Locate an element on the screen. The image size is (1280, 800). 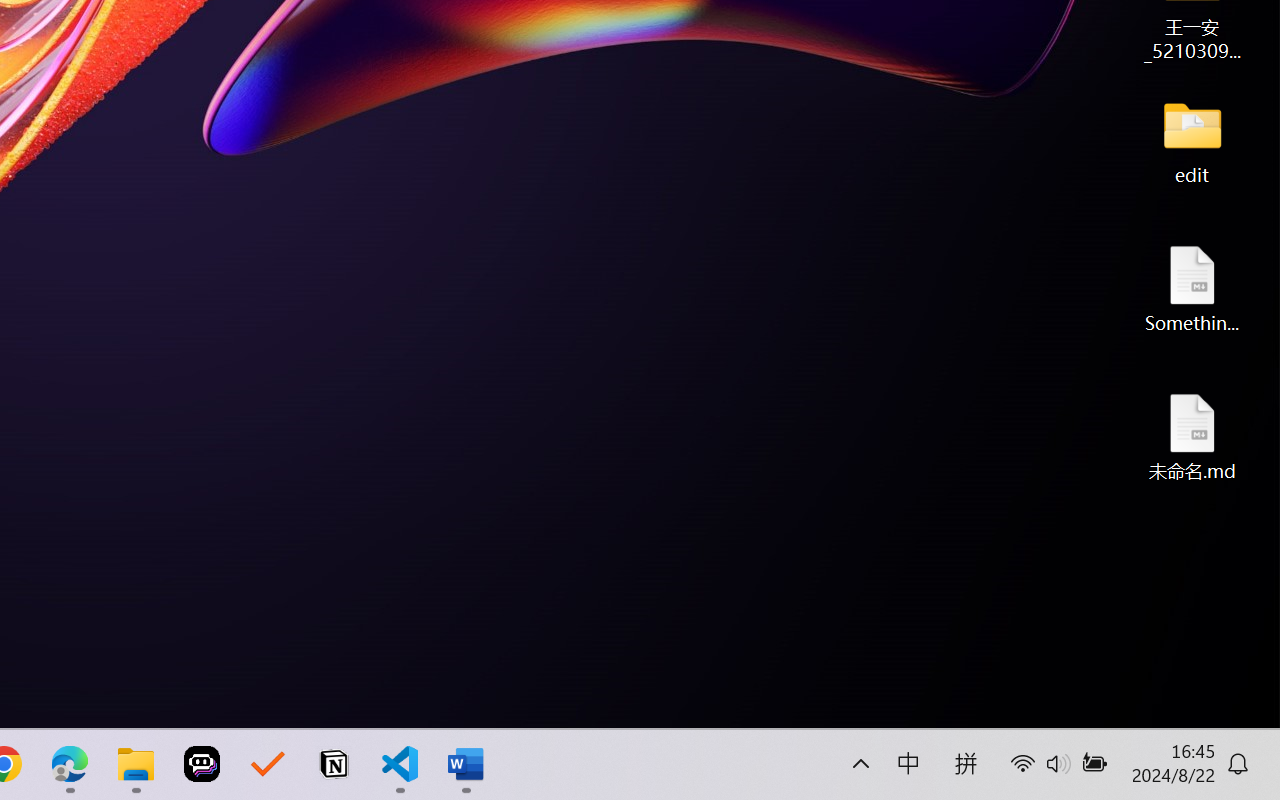
'Something.md' is located at coordinates (1192, 288).